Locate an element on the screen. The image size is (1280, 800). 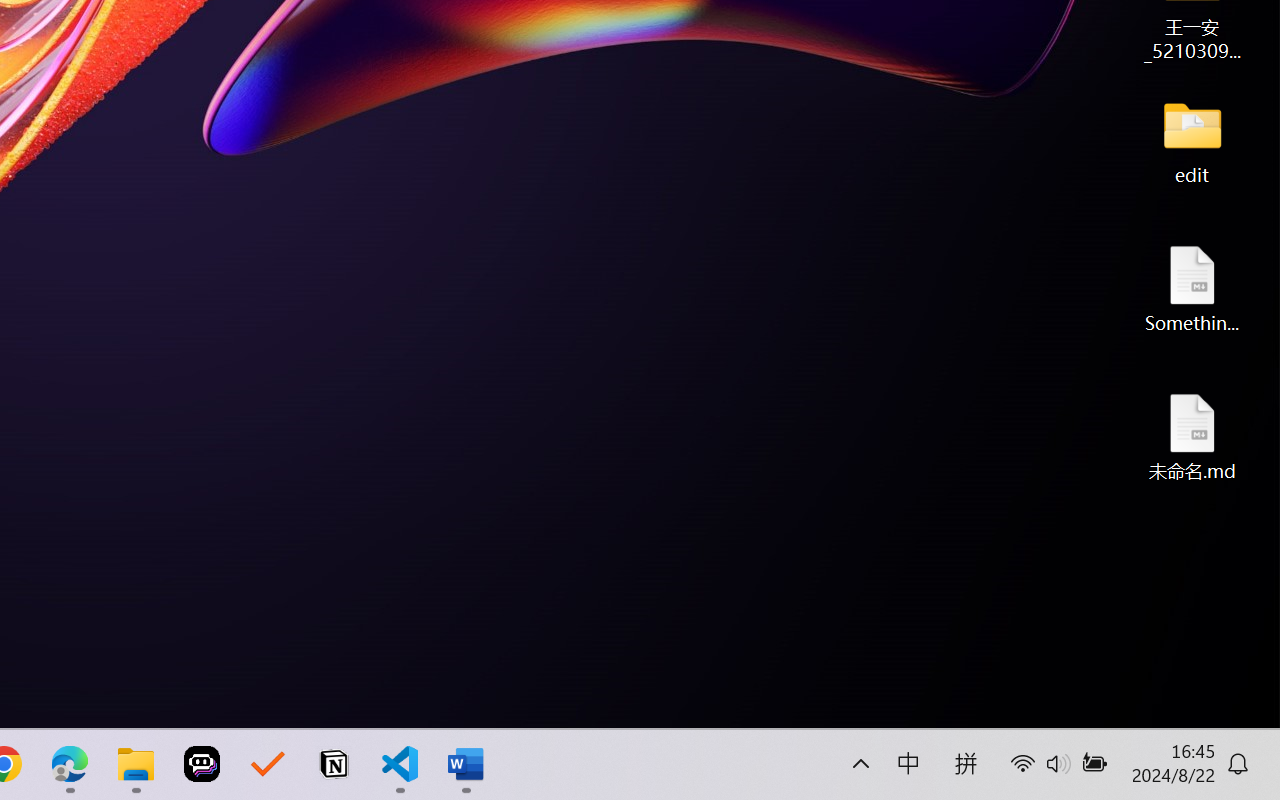
'Something.md' is located at coordinates (1192, 288).